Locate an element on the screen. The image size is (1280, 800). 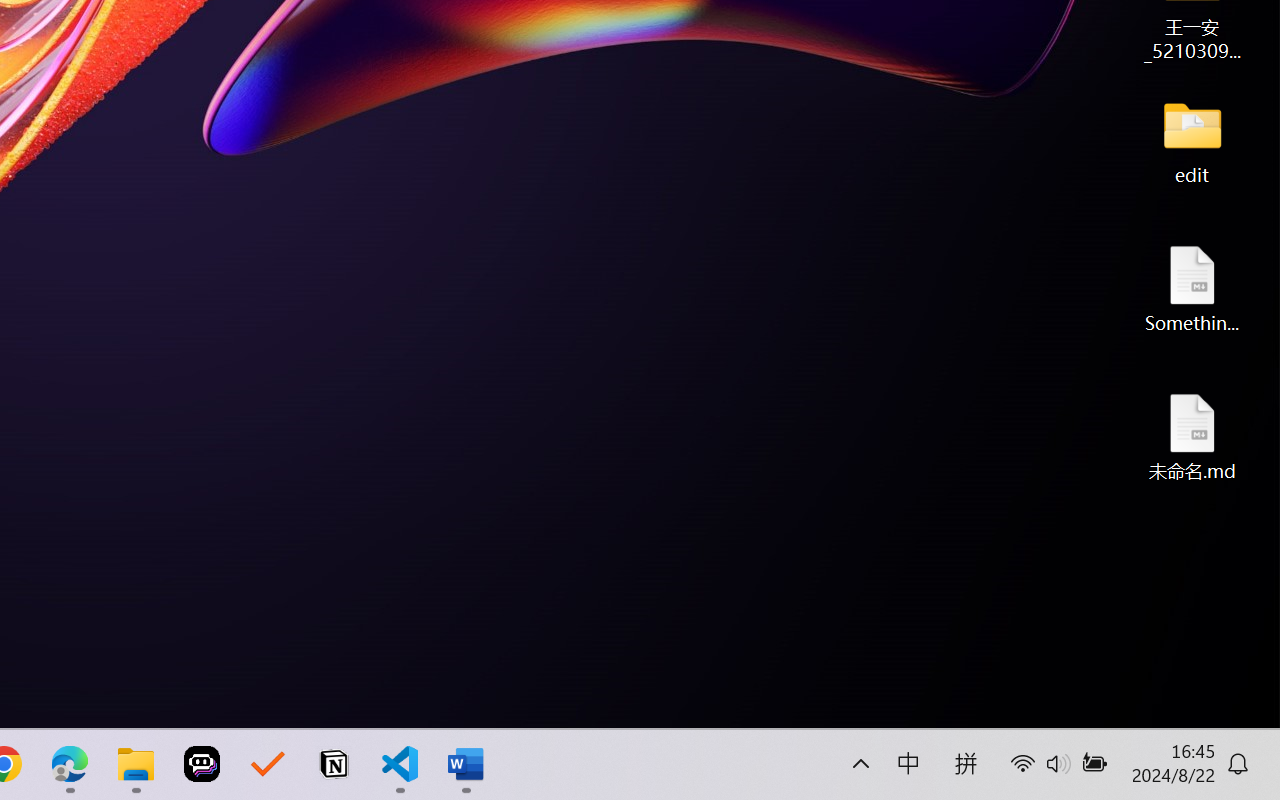
'Something.md' is located at coordinates (1192, 288).